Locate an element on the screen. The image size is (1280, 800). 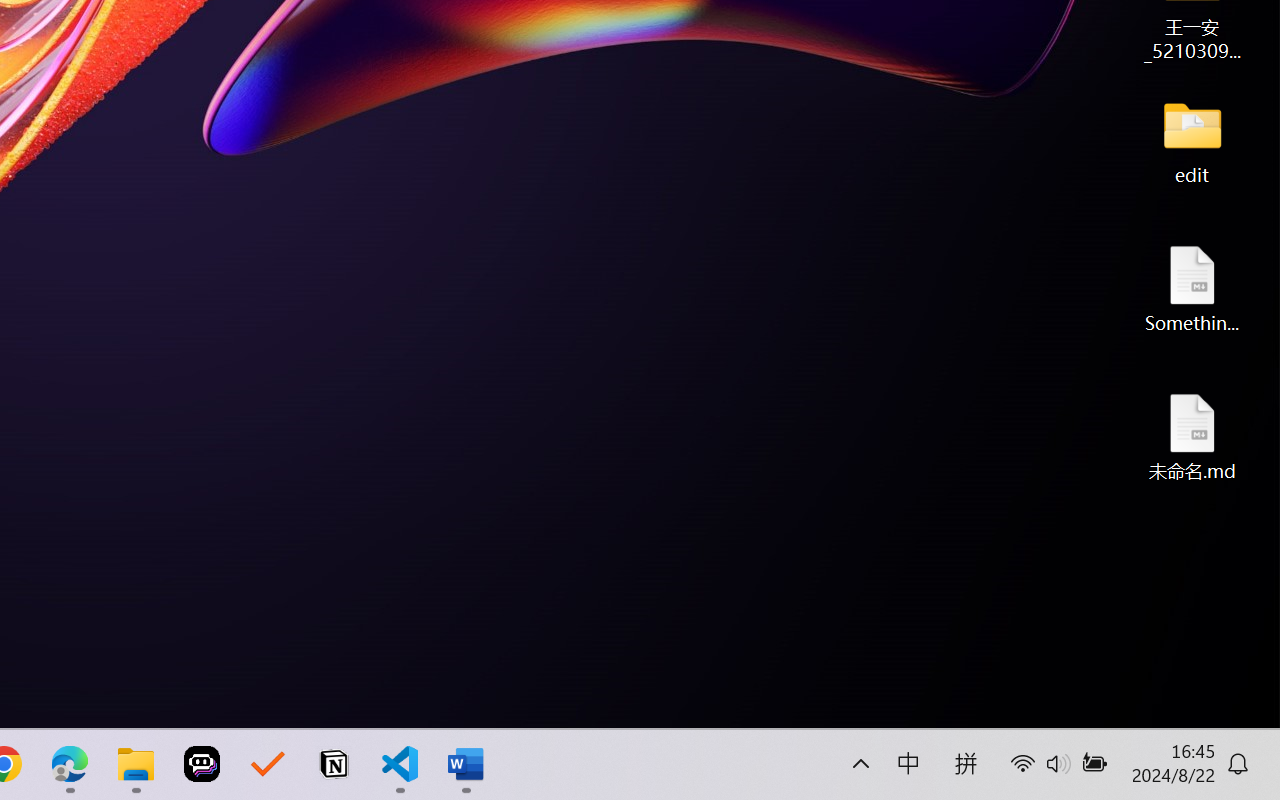
'Something.md' is located at coordinates (1192, 288).